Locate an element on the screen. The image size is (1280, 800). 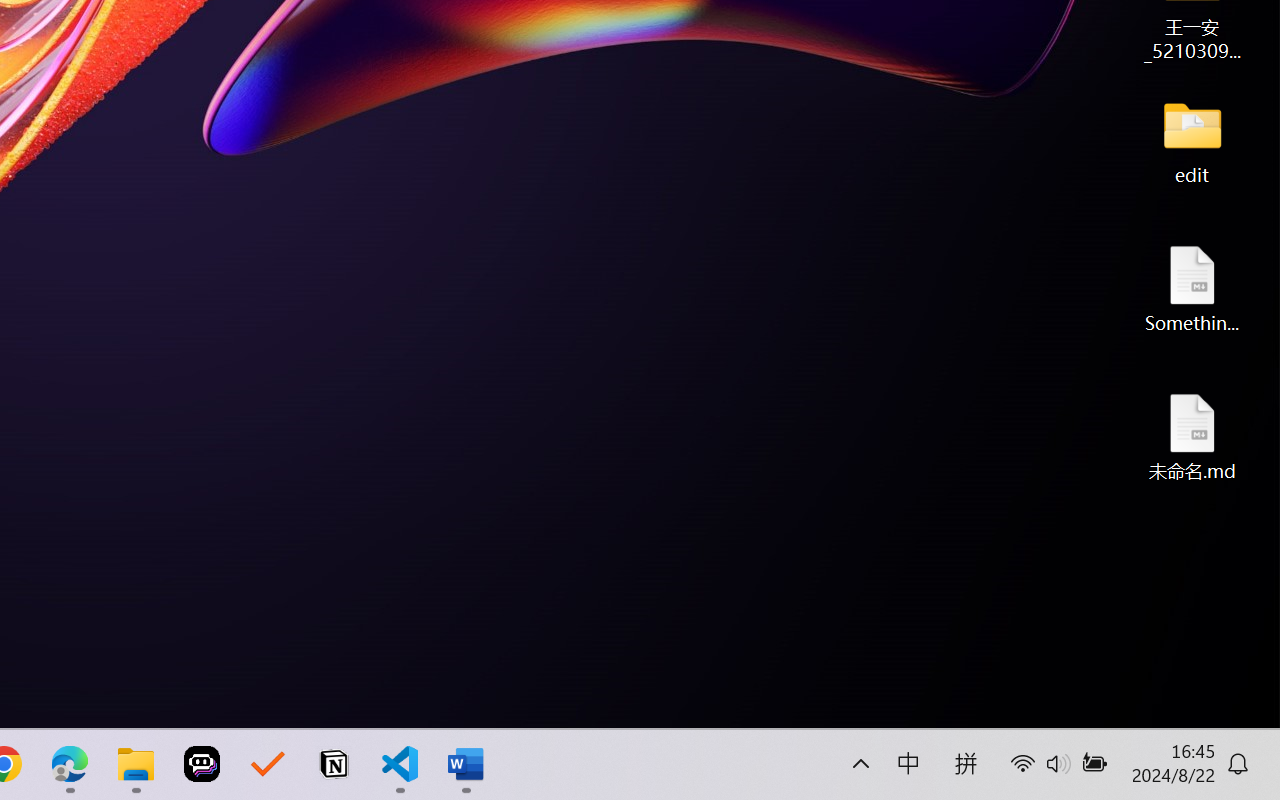
'Something.md' is located at coordinates (1192, 288).